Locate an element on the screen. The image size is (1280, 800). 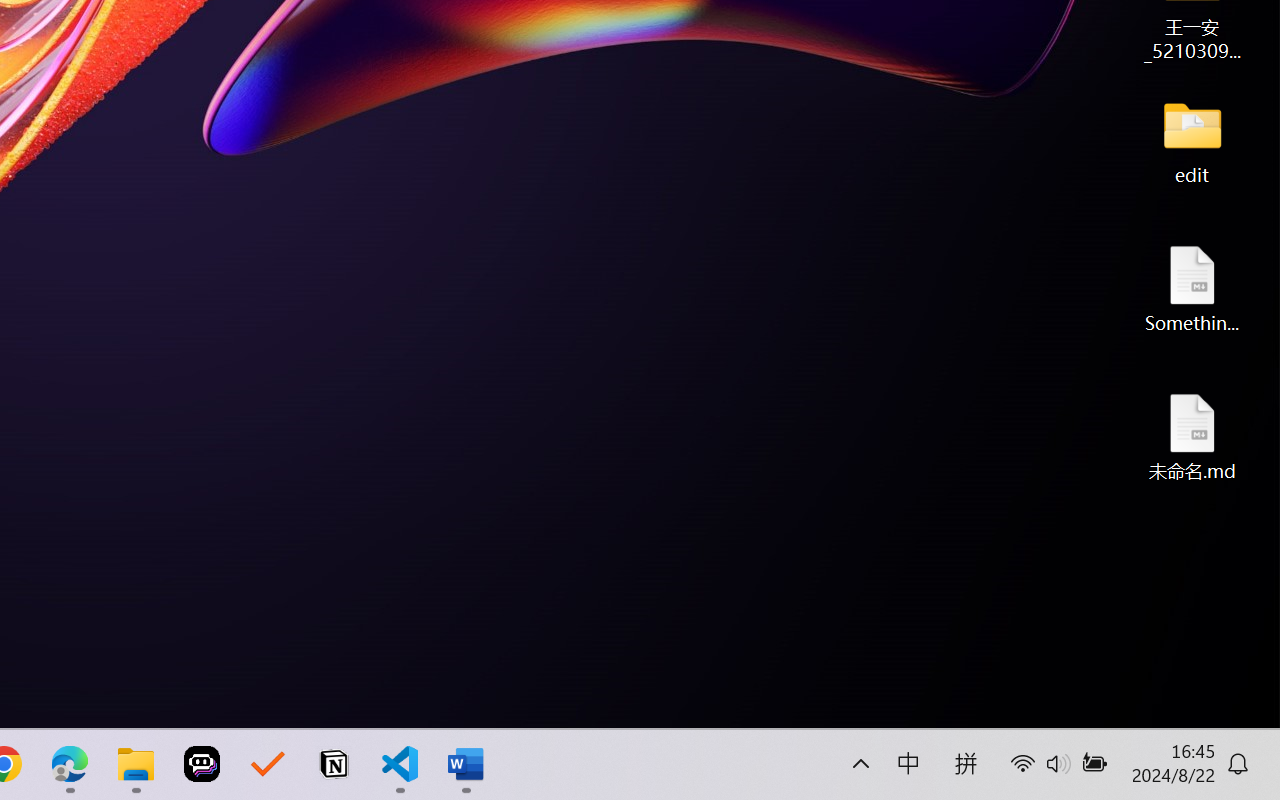
'Something.md' is located at coordinates (1192, 288).